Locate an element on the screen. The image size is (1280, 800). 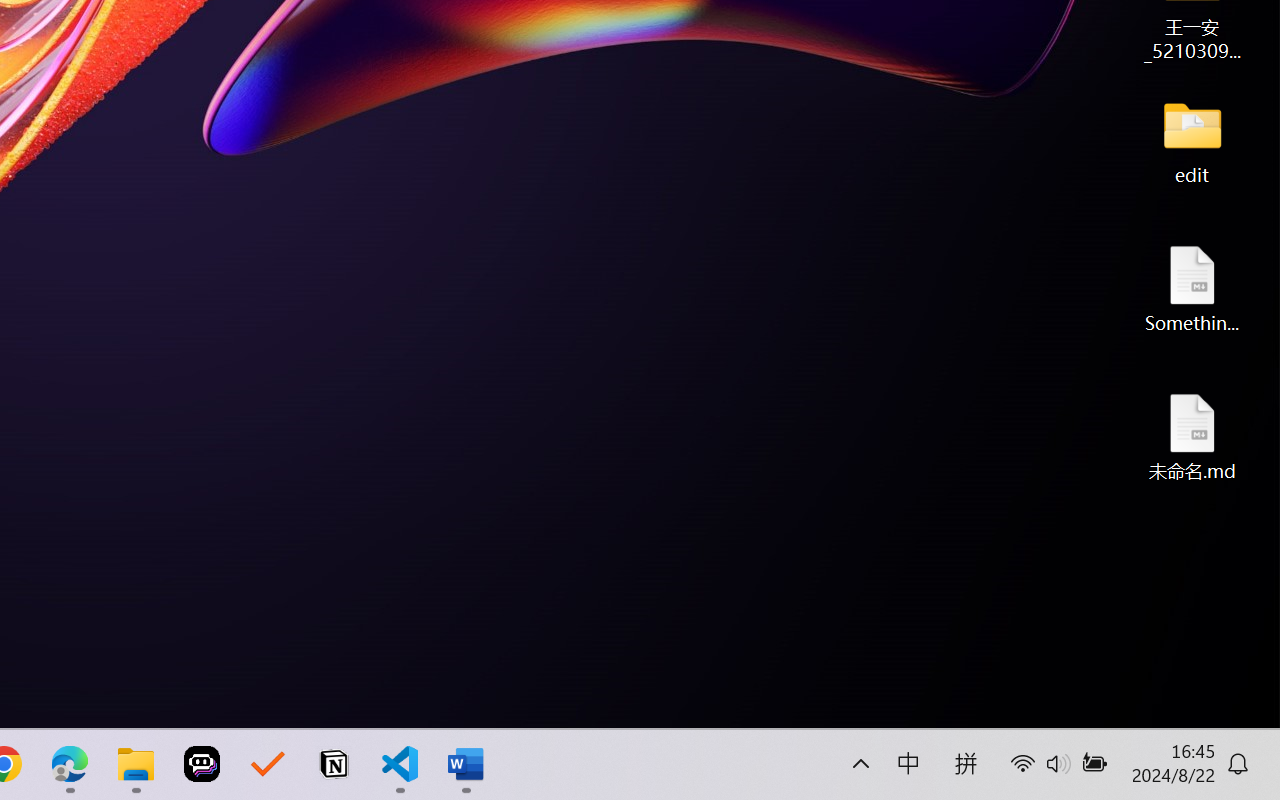
'Something.md' is located at coordinates (1192, 288).